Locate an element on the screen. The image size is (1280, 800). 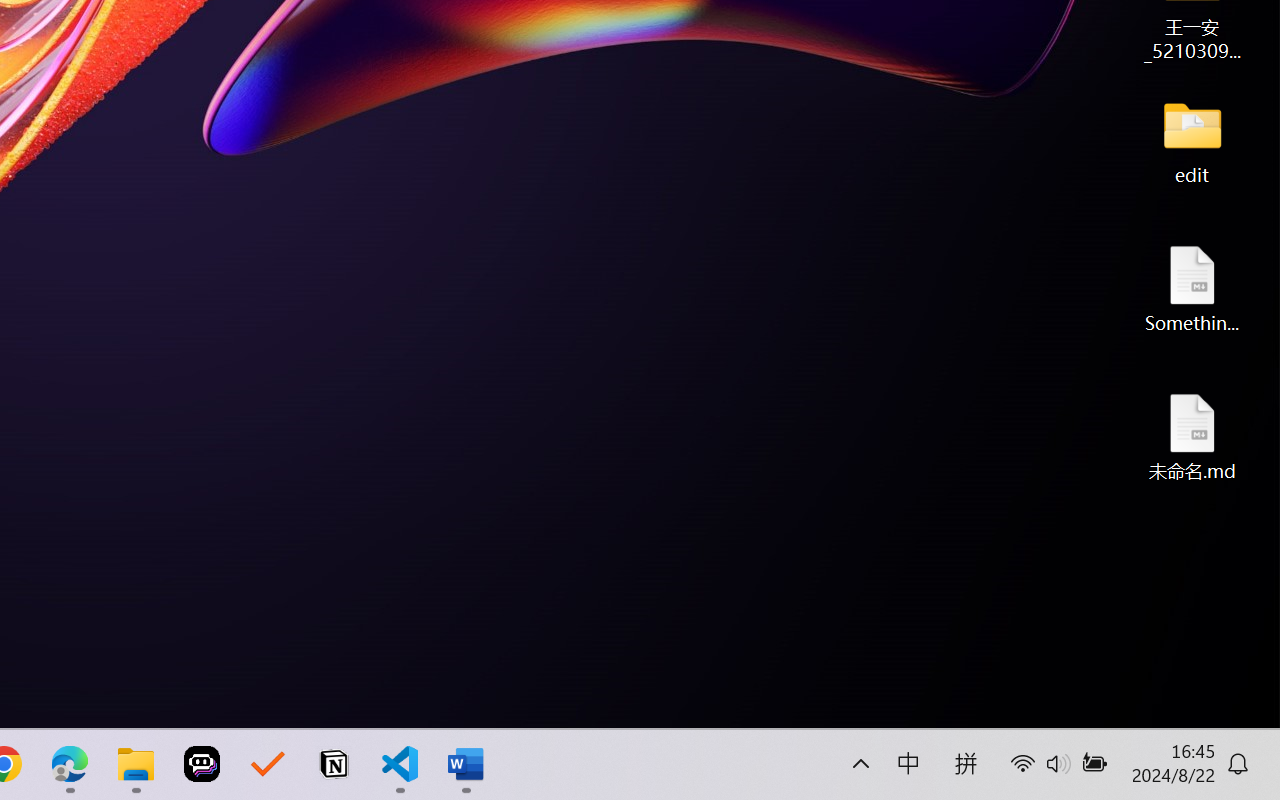
'Something.md' is located at coordinates (1192, 288).